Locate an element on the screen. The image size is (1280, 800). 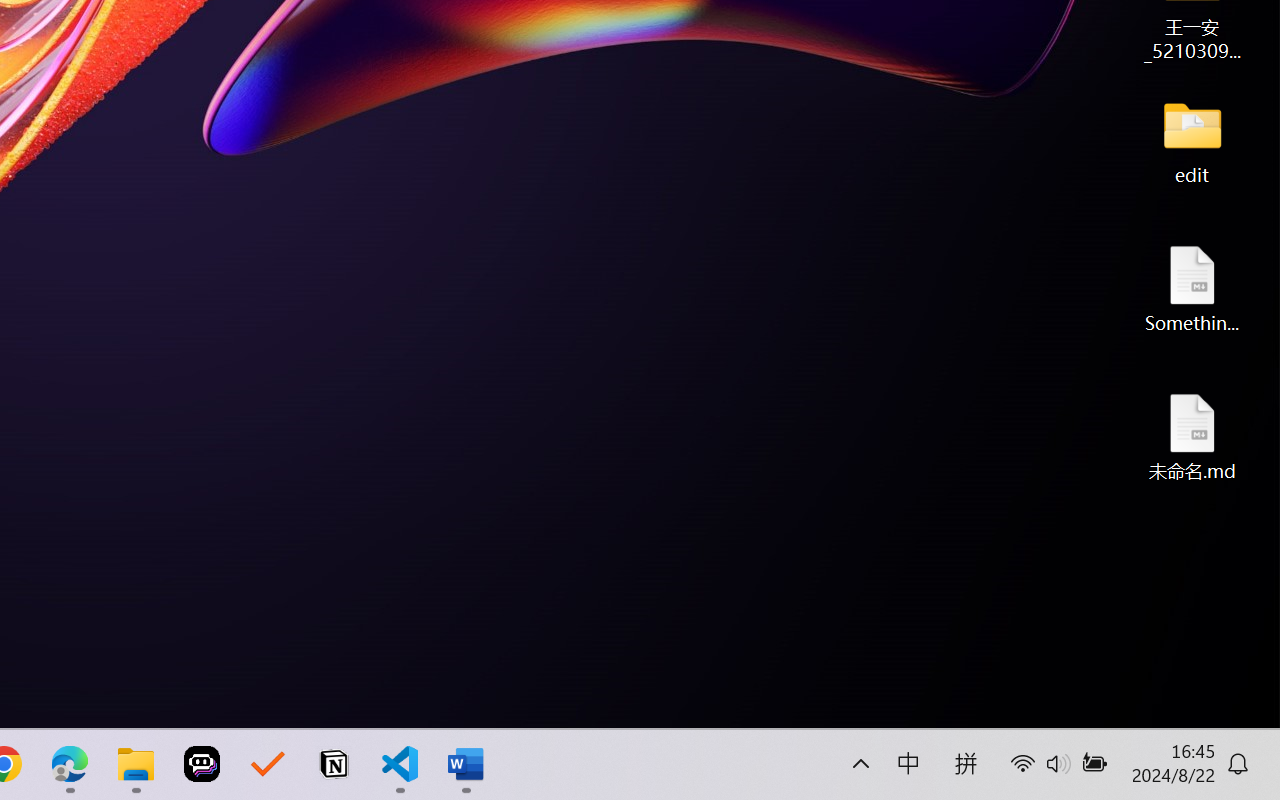
'Something.md' is located at coordinates (1192, 288).